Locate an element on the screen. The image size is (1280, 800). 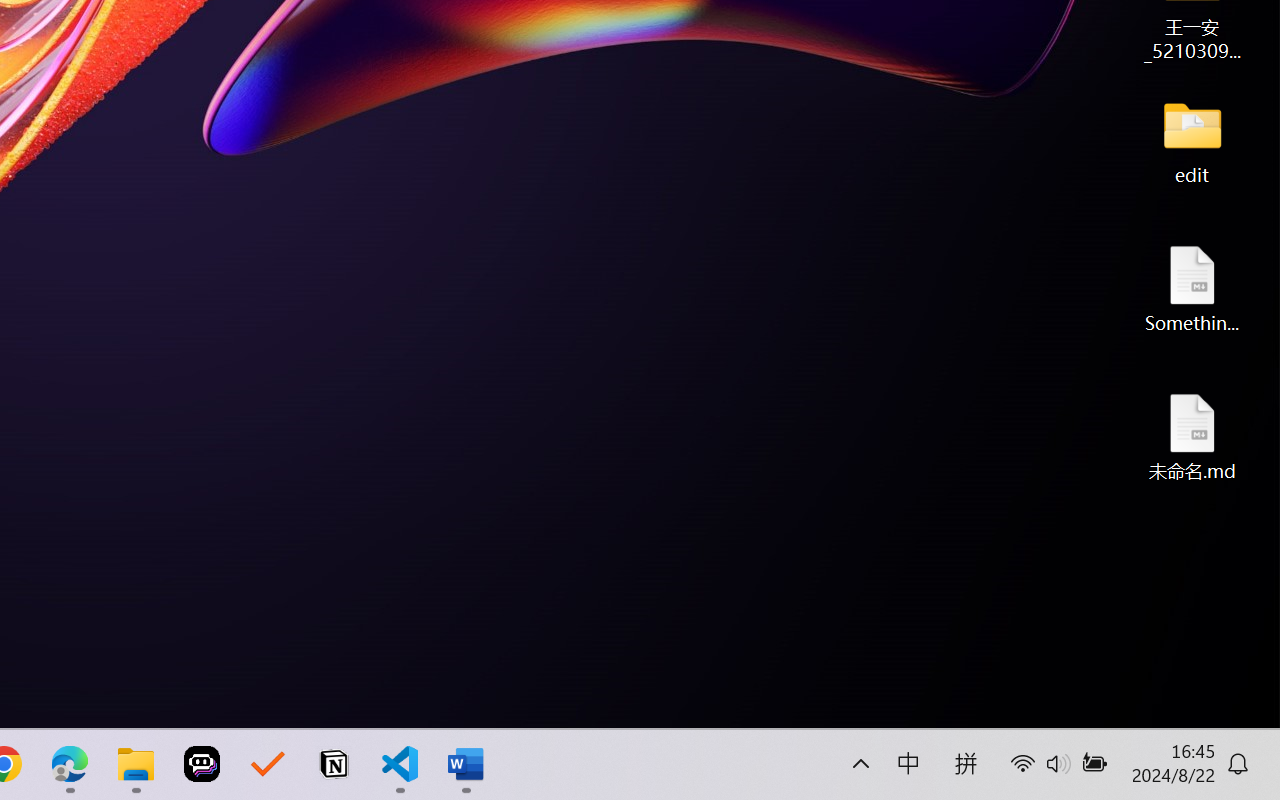
'Something.md' is located at coordinates (1192, 288).